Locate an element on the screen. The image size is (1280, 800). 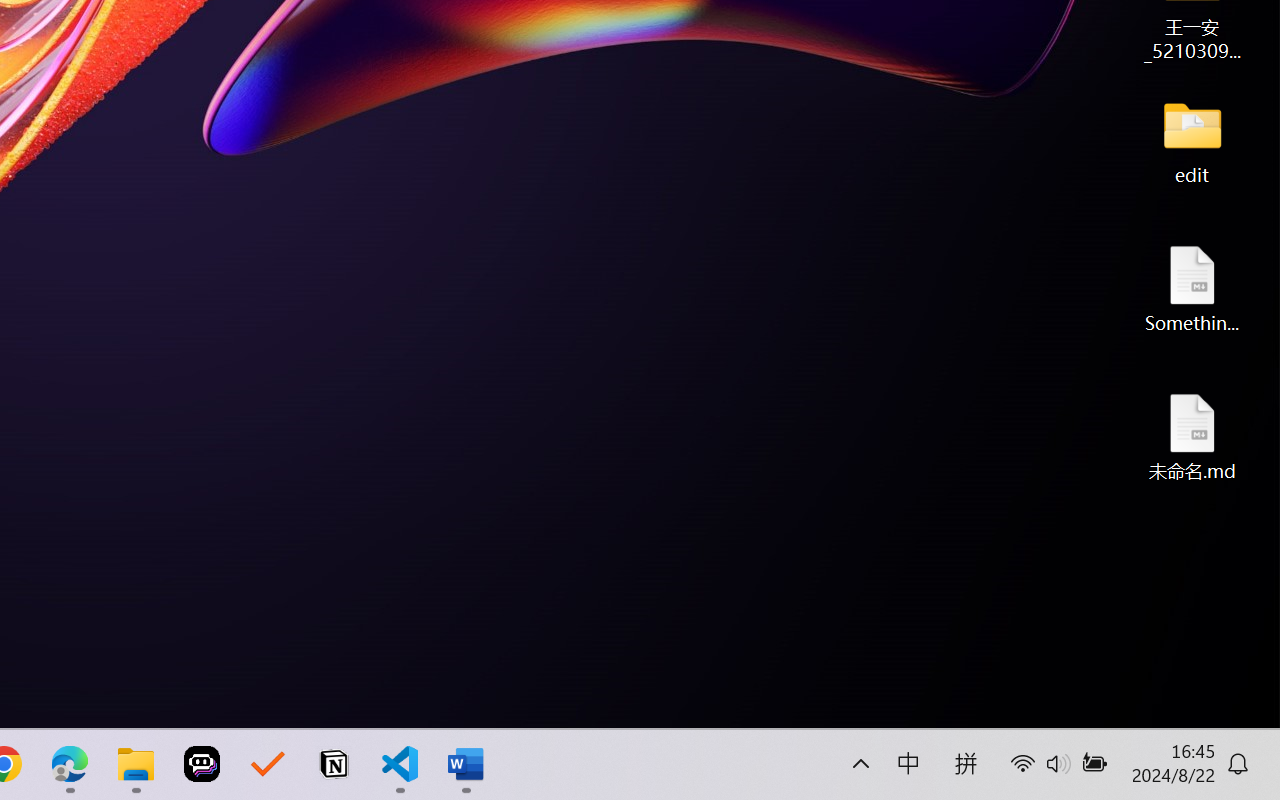
'Something.md' is located at coordinates (1192, 288).